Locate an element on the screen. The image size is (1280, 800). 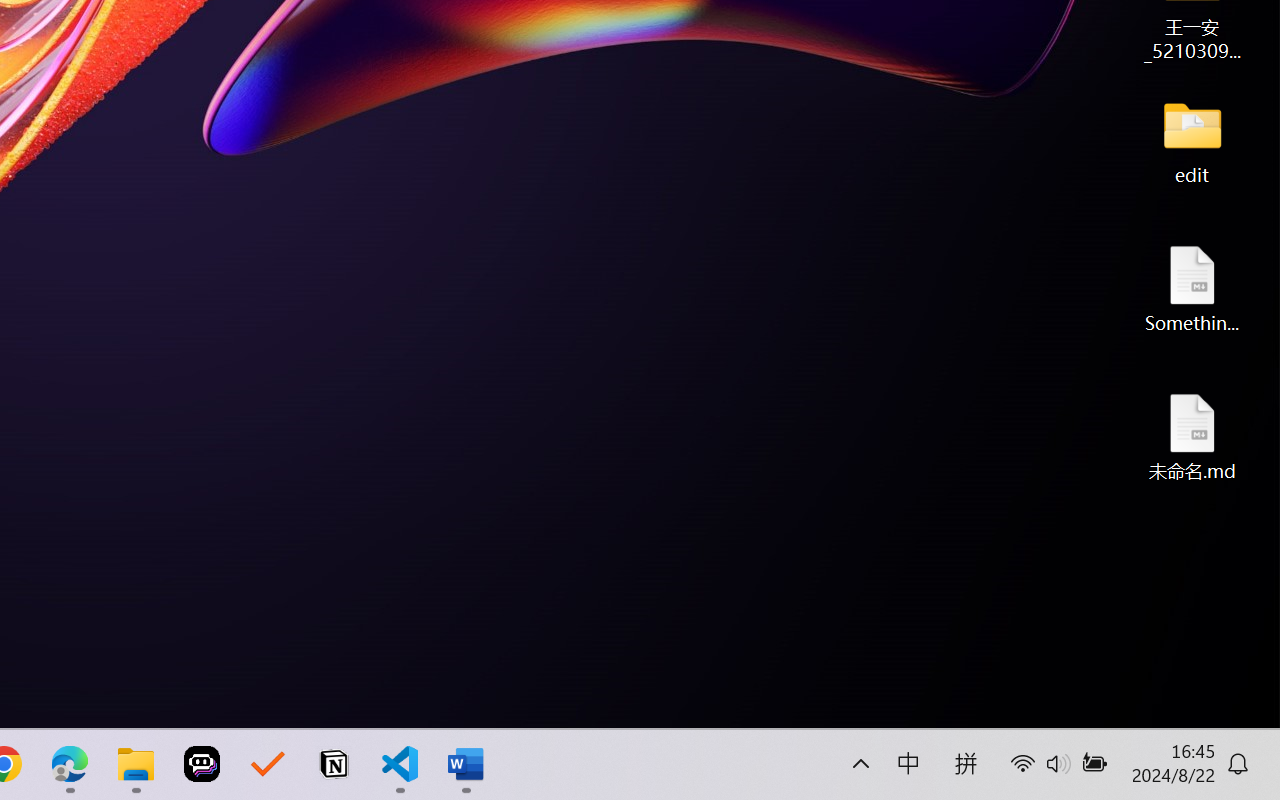
'Something.md' is located at coordinates (1192, 288).